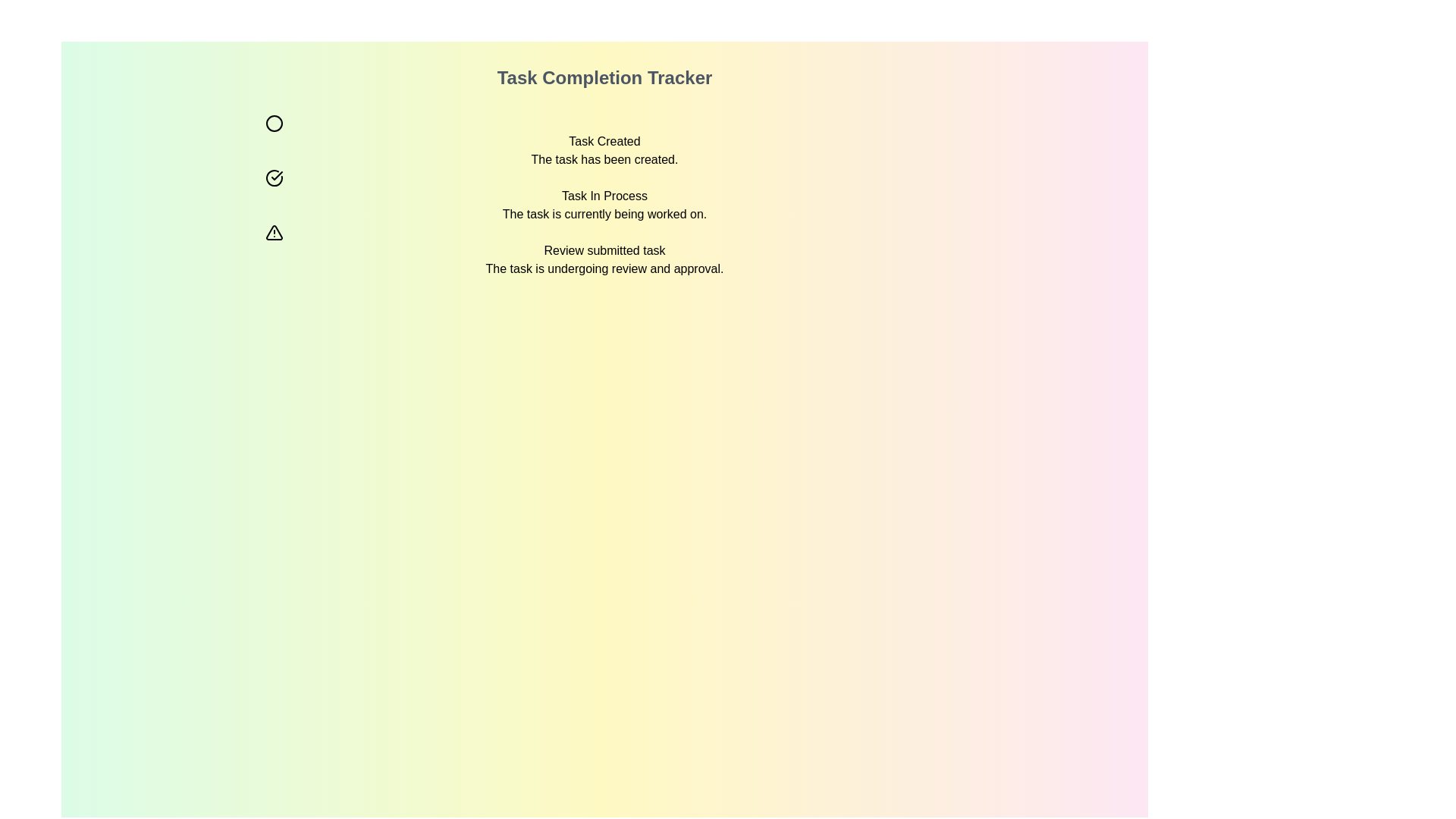 Image resolution: width=1456 pixels, height=819 pixels. I want to click on the status indicator icon for 'Review submitted task', which is the third icon in a vertical arrangement of status icons, so click(274, 233).